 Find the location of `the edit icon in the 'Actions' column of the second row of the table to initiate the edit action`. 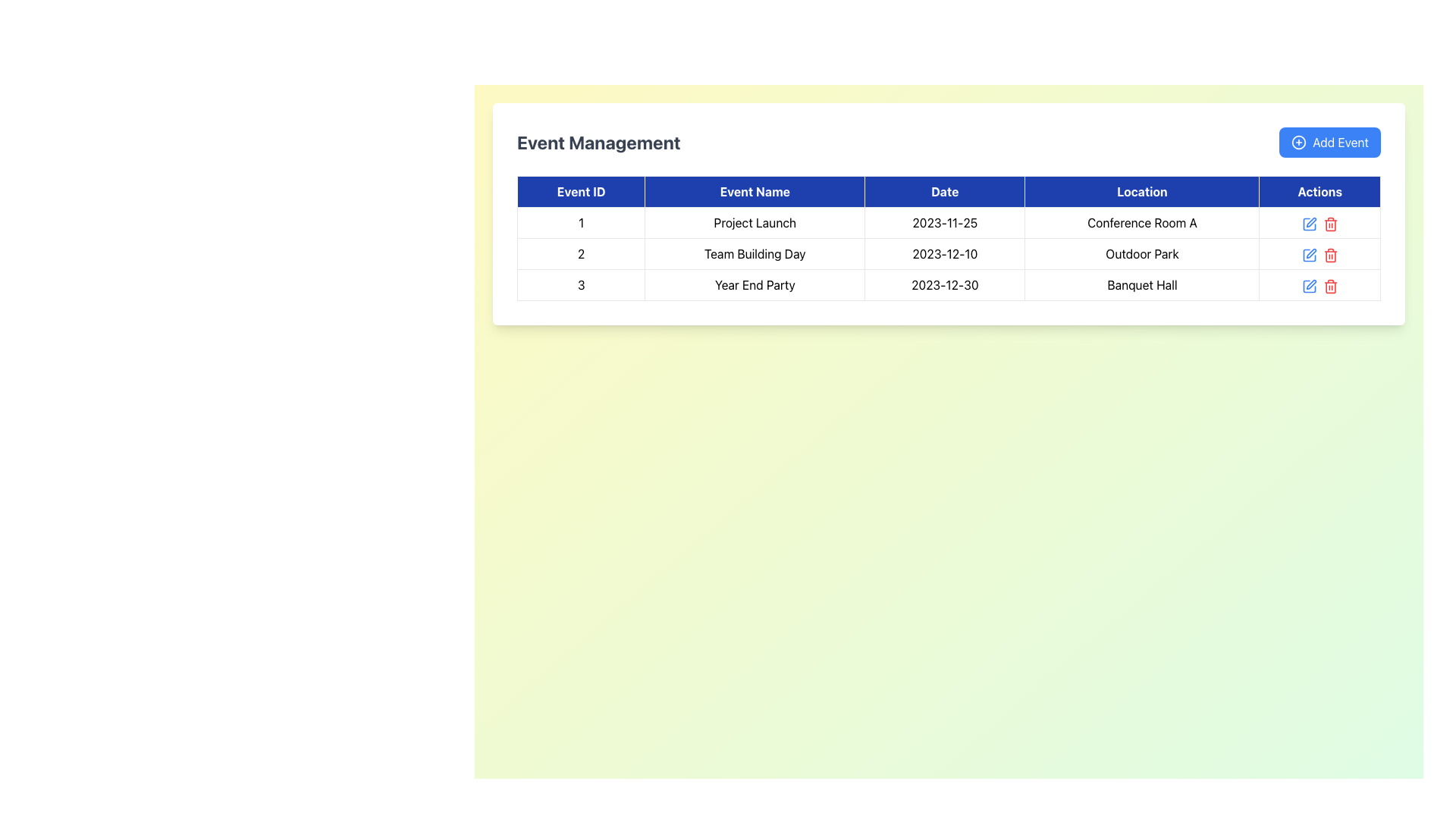

the edit icon in the 'Actions' column of the second row of the table to initiate the edit action is located at coordinates (1310, 253).